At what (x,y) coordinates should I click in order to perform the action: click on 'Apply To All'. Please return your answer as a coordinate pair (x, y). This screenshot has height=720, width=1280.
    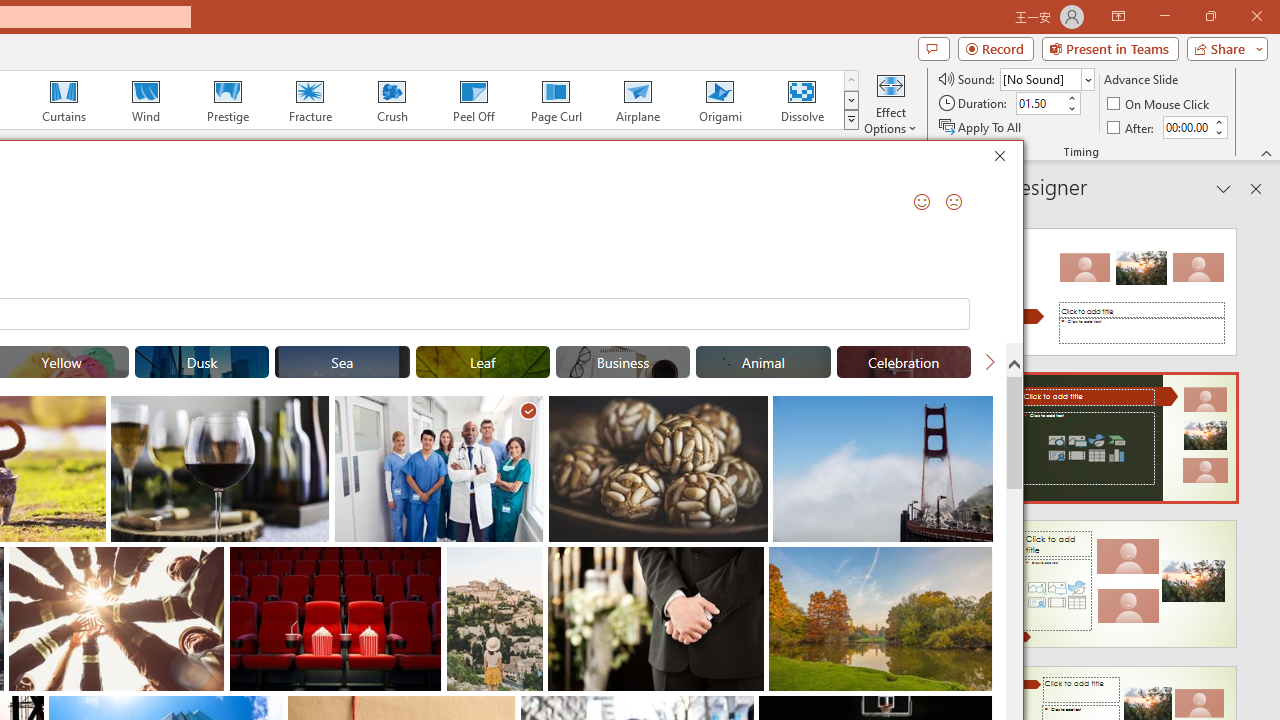
    Looking at the image, I should click on (981, 127).